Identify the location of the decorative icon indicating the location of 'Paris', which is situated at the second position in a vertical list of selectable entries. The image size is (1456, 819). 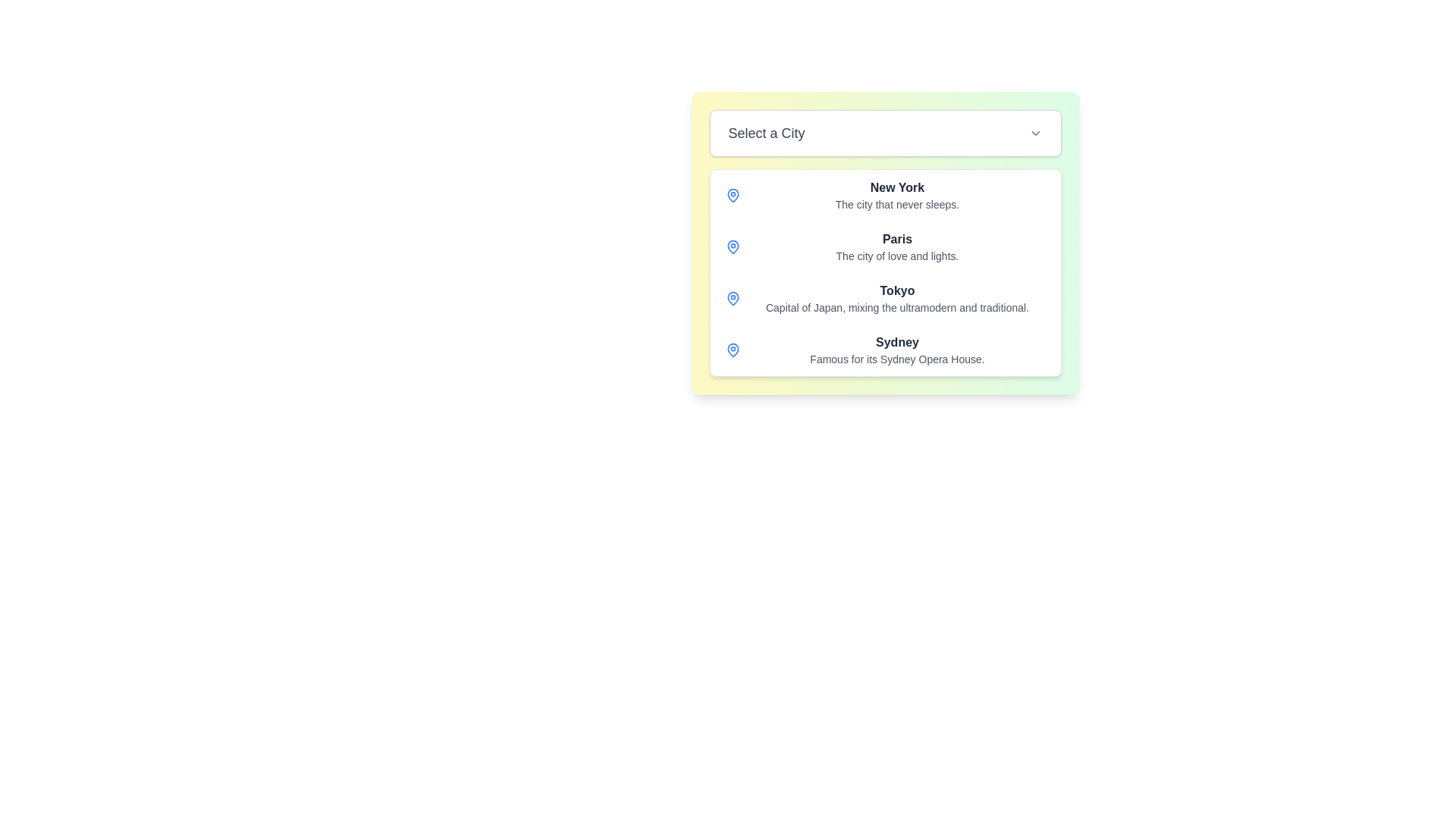
(733, 246).